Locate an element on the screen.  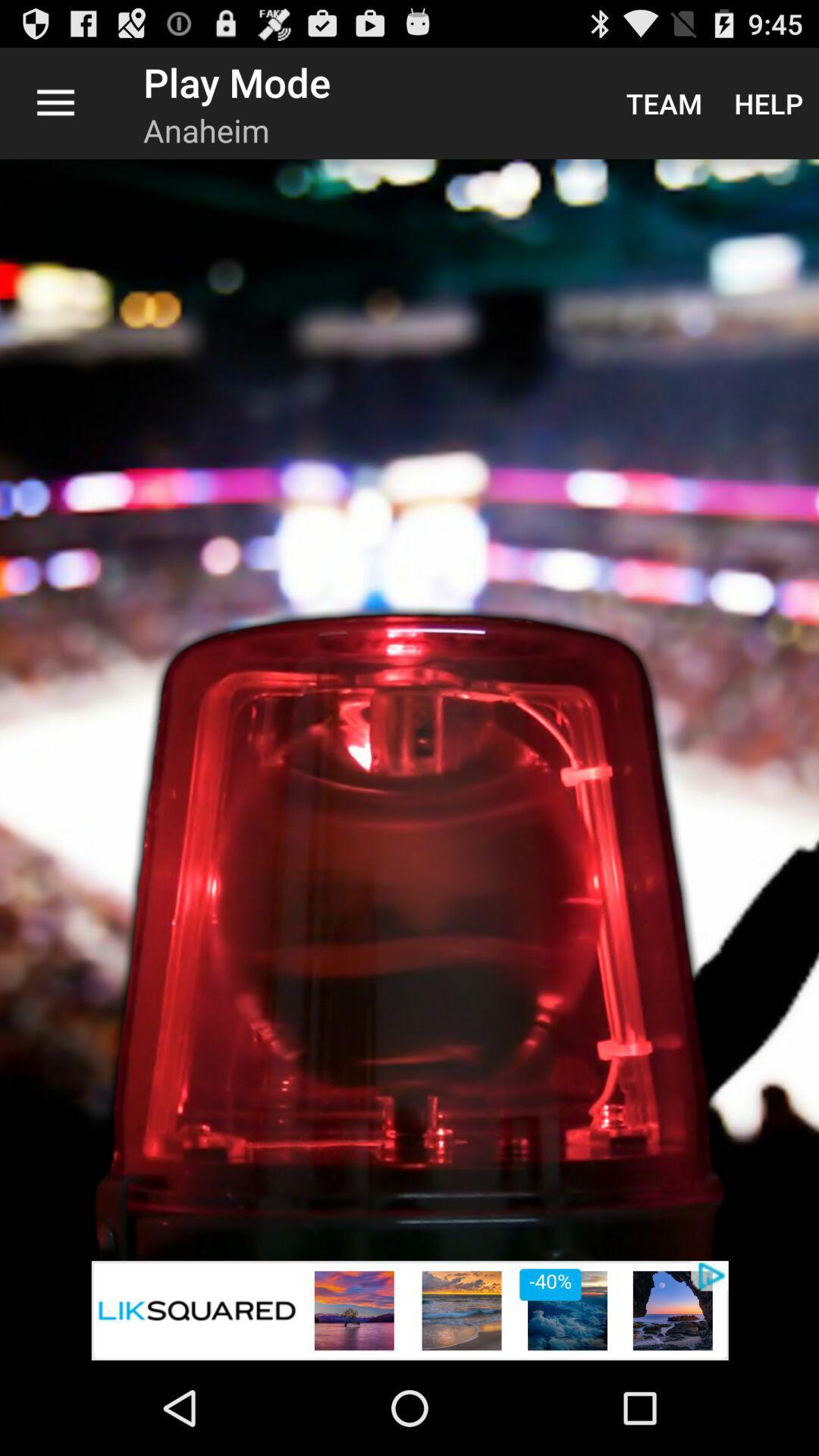
the icon to the right of play mode icon is located at coordinates (663, 102).